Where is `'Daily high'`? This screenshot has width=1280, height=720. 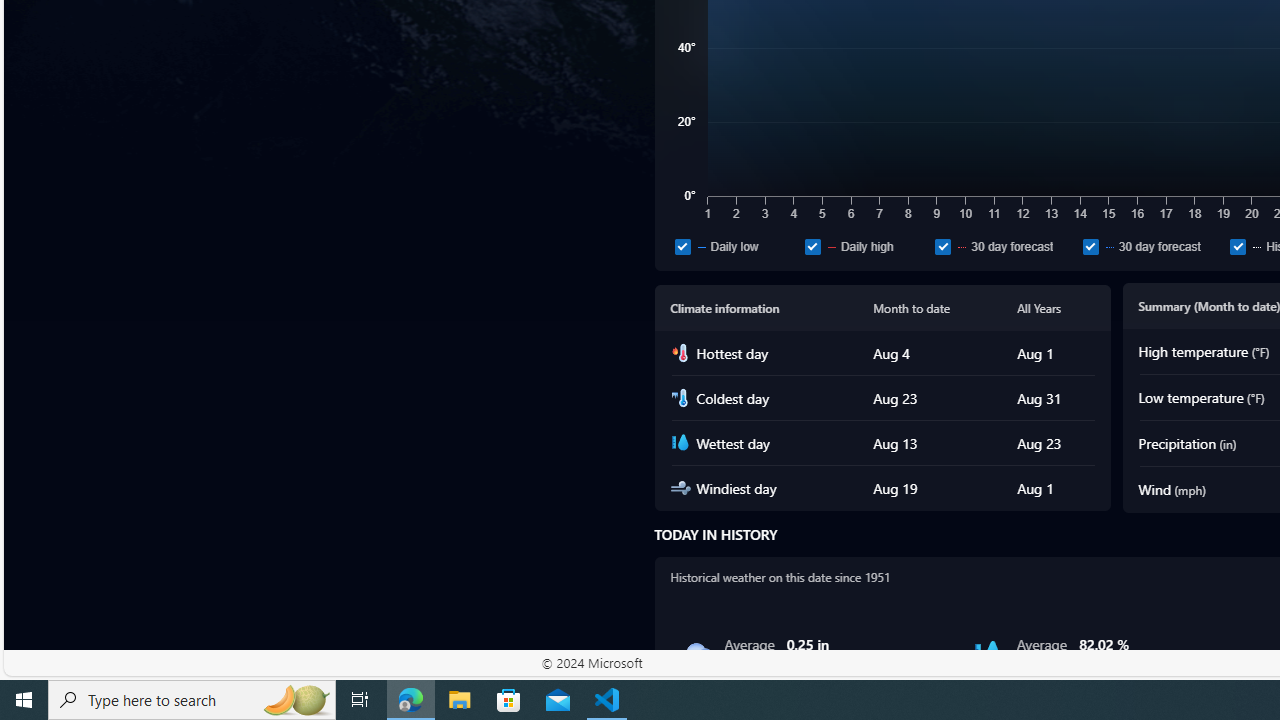 'Daily high' is located at coordinates (865, 245).